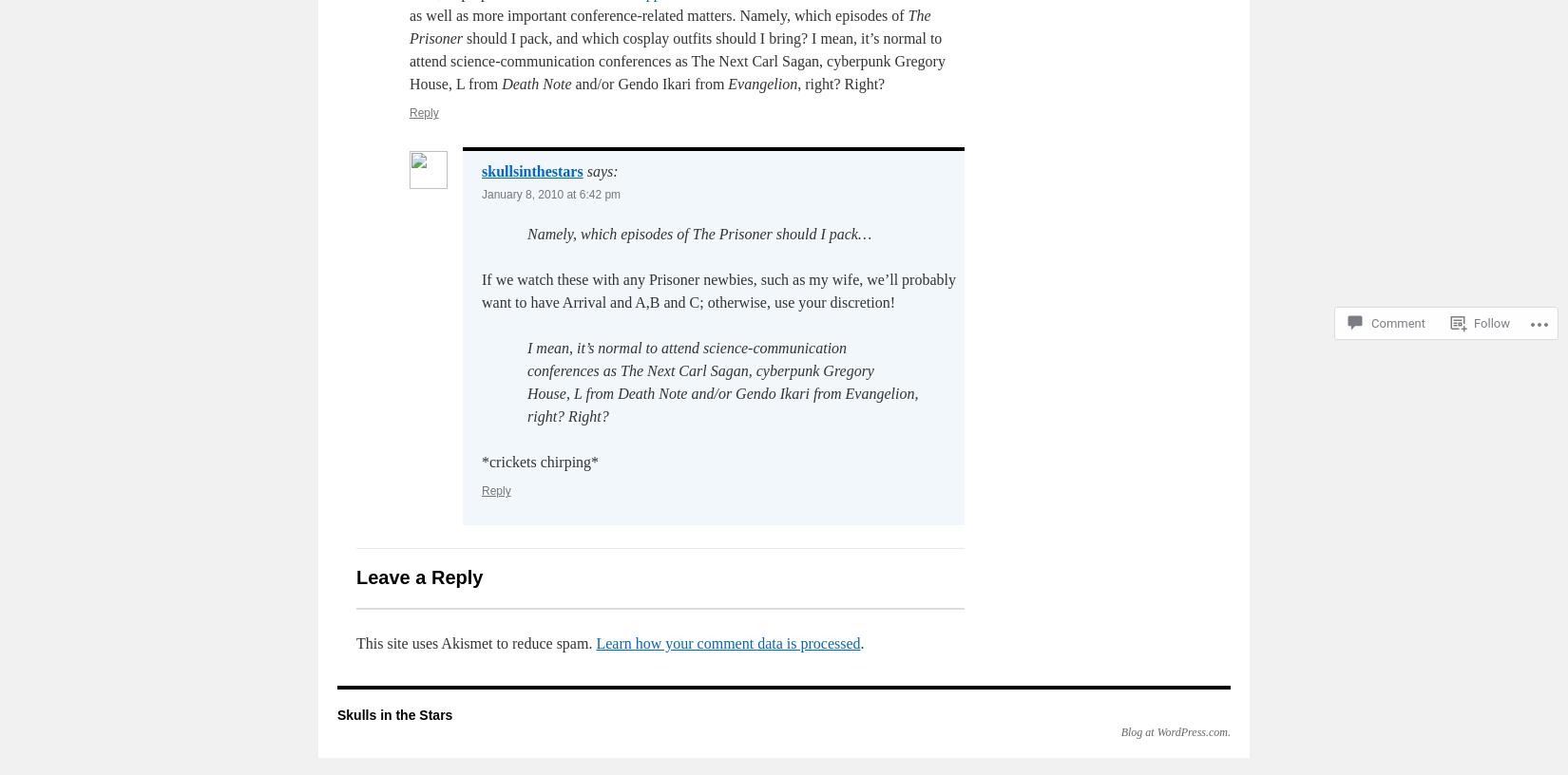  What do you see at coordinates (535, 83) in the screenshot?
I see `'Death Note'` at bounding box center [535, 83].